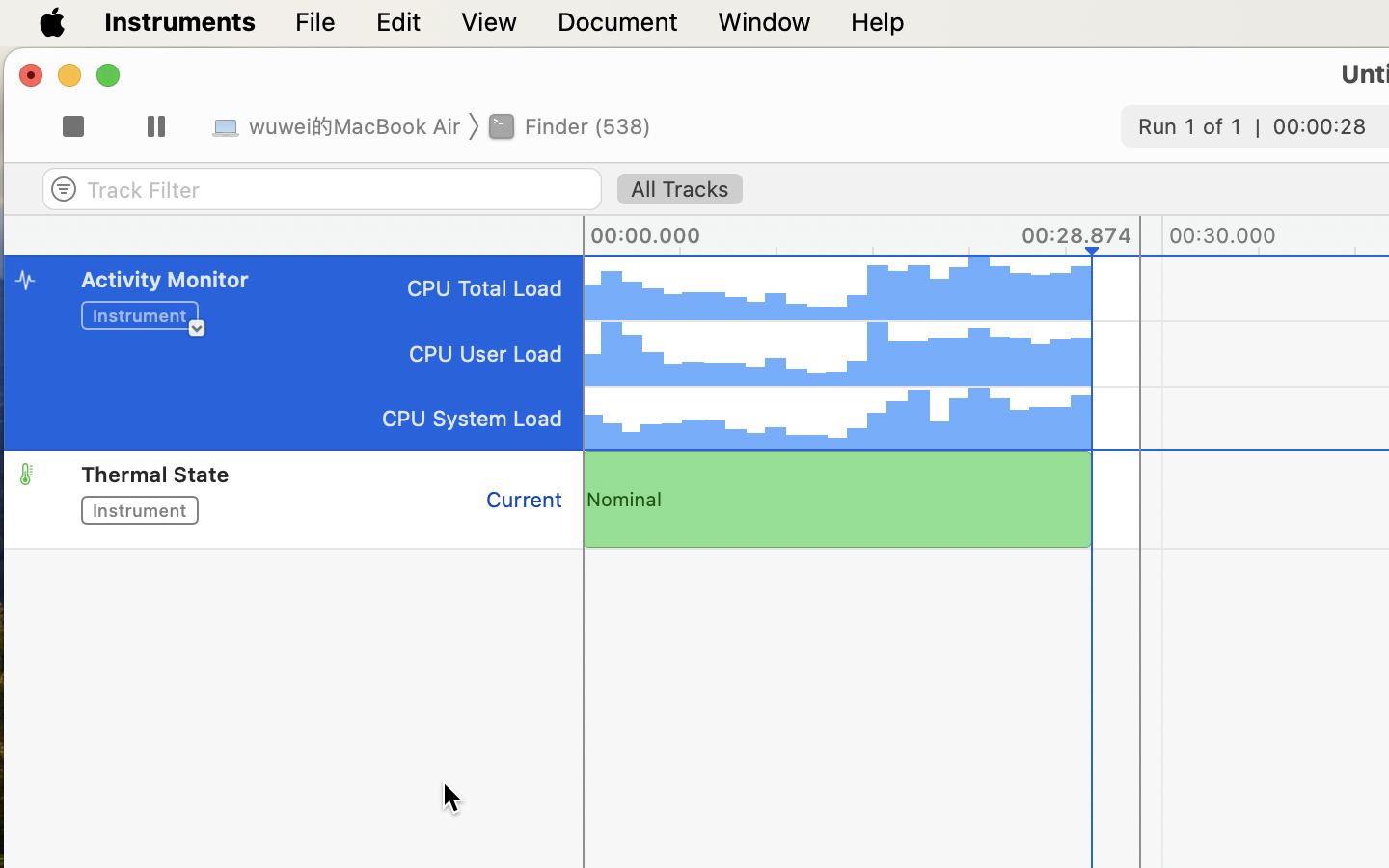  Describe the element at coordinates (339, 124) in the screenshot. I see `'wuwei的MacBook Air'` at that location.